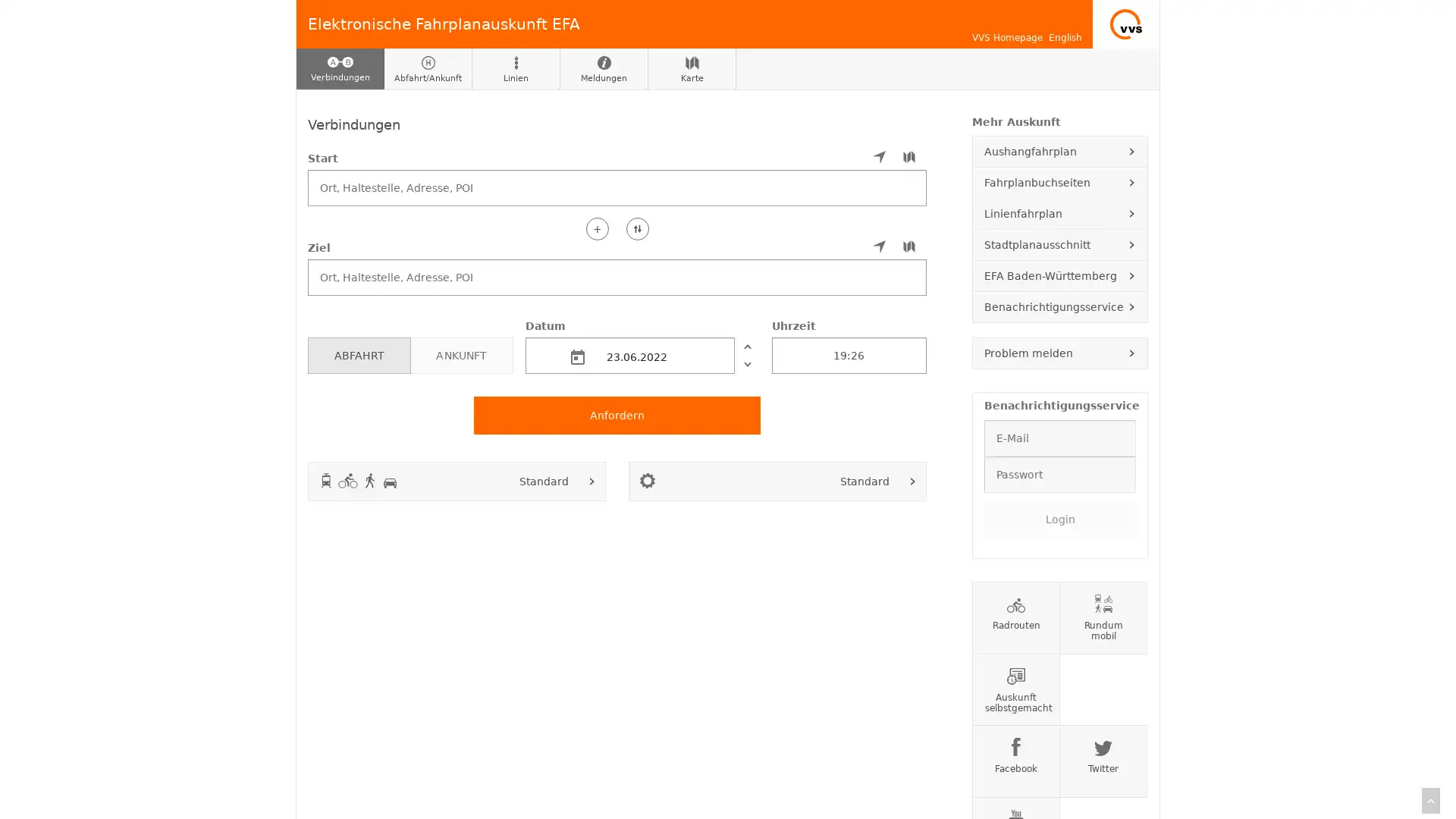 The image size is (1456, 819). I want to click on Verbindungen, so click(340, 69).